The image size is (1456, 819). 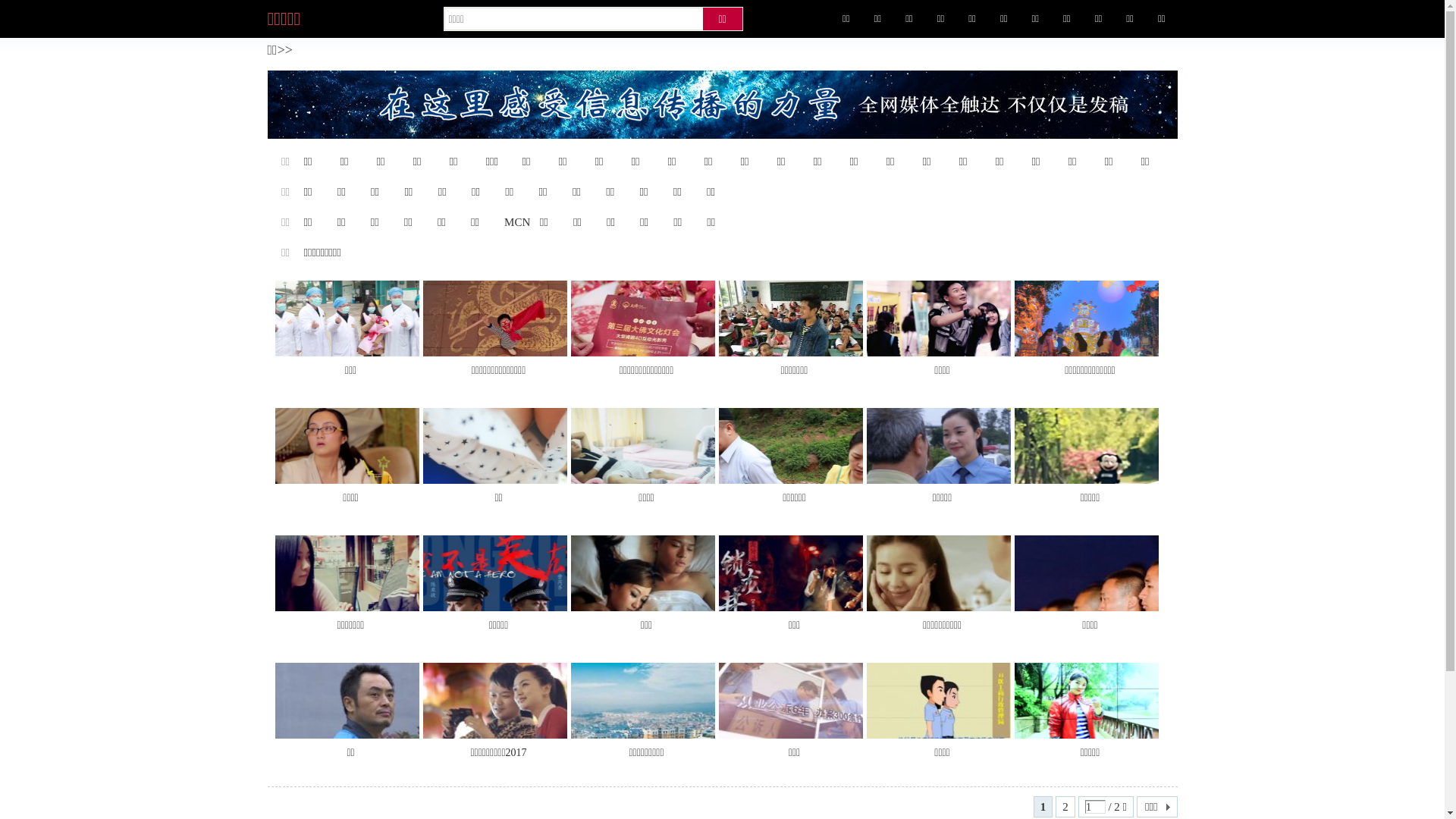 What do you see at coordinates (1065, 806) in the screenshot?
I see `'2'` at bounding box center [1065, 806].